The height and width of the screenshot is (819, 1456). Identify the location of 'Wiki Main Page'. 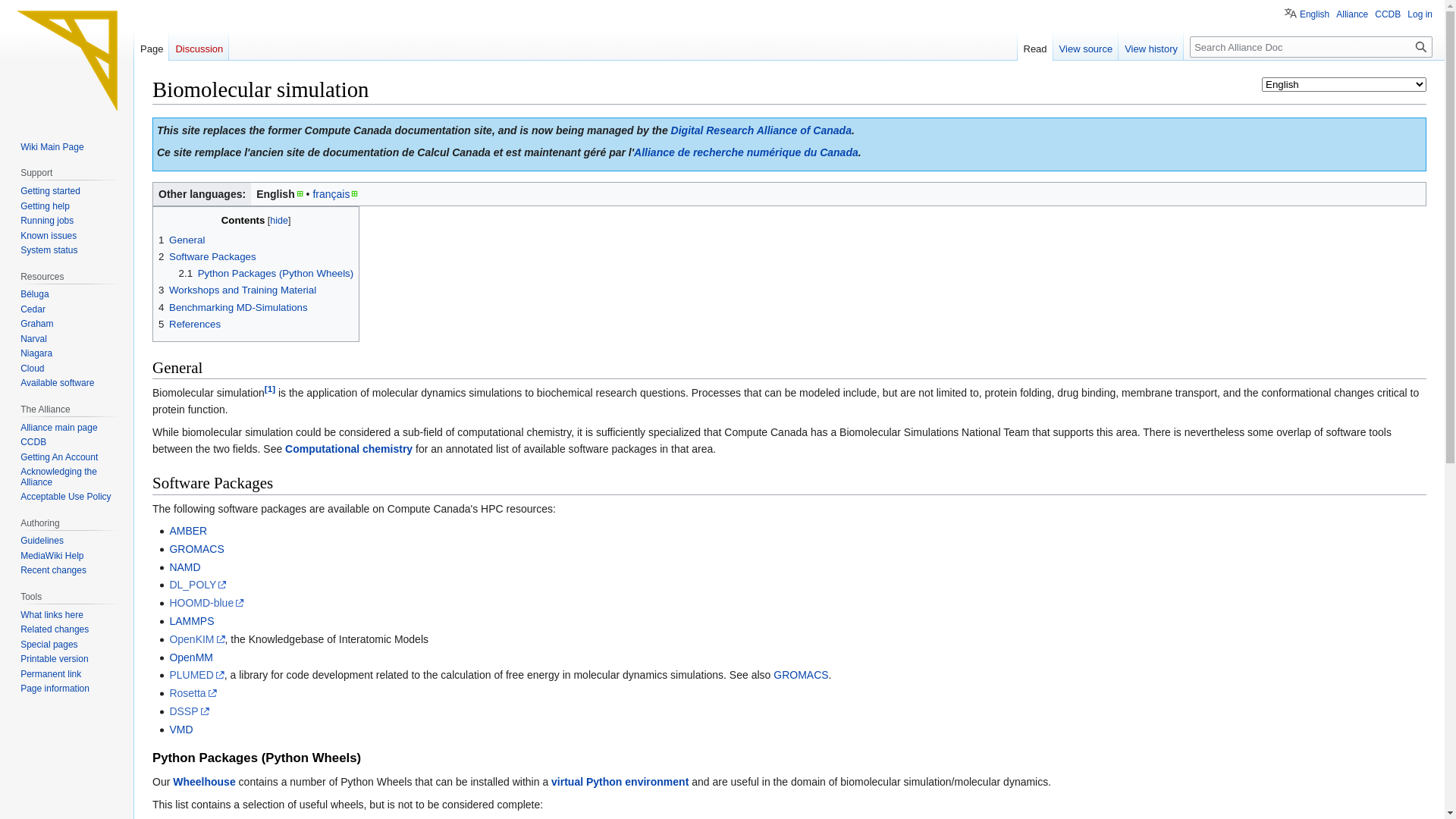
(52, 146).